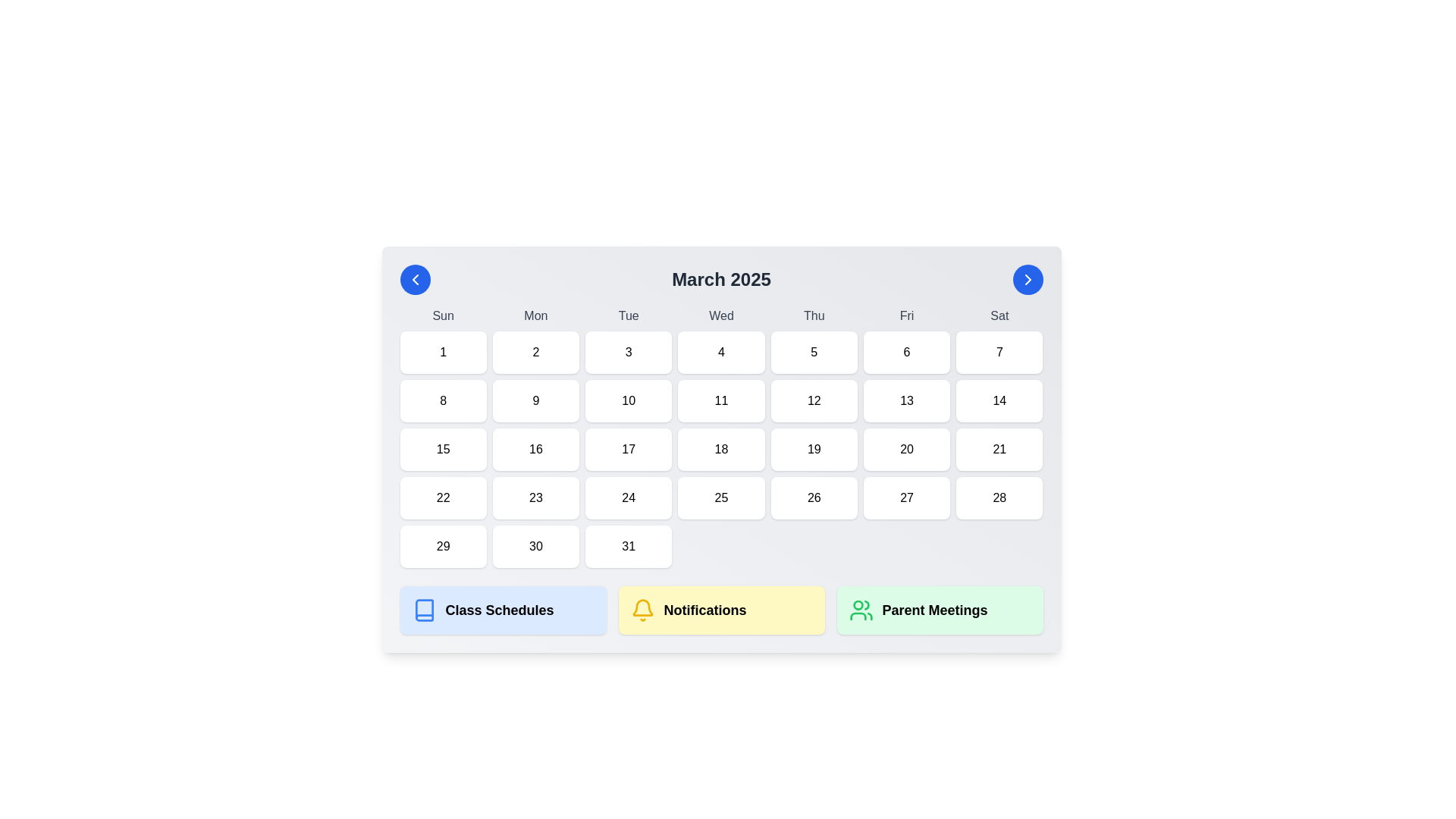  I want to click on the calendar date cell displaying the number '21', which is located in the sixth row and seventh column of the calendar layout, so click(999, 449).